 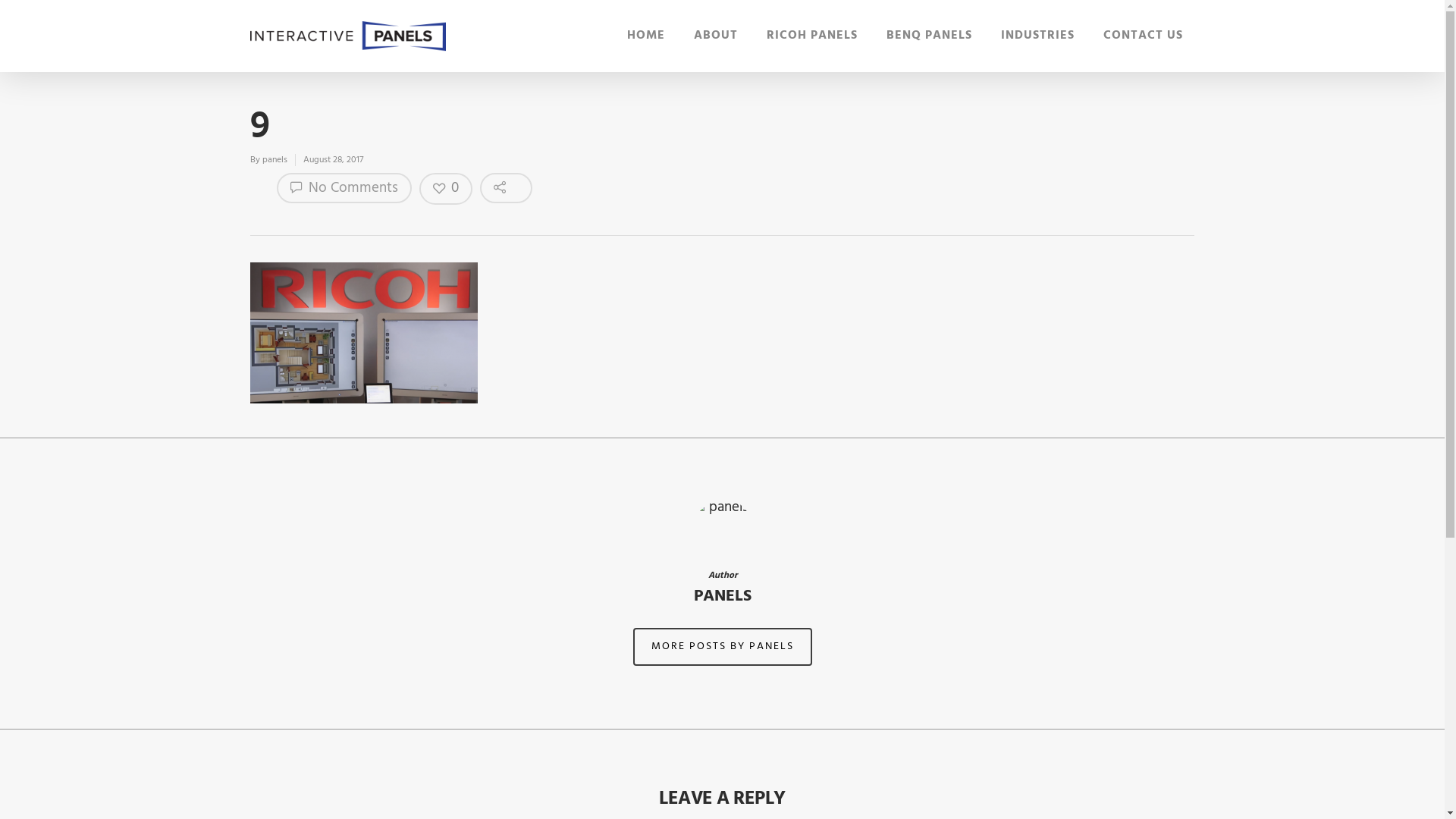 I want to click on 'No Comments', so click(x=344, y=187).